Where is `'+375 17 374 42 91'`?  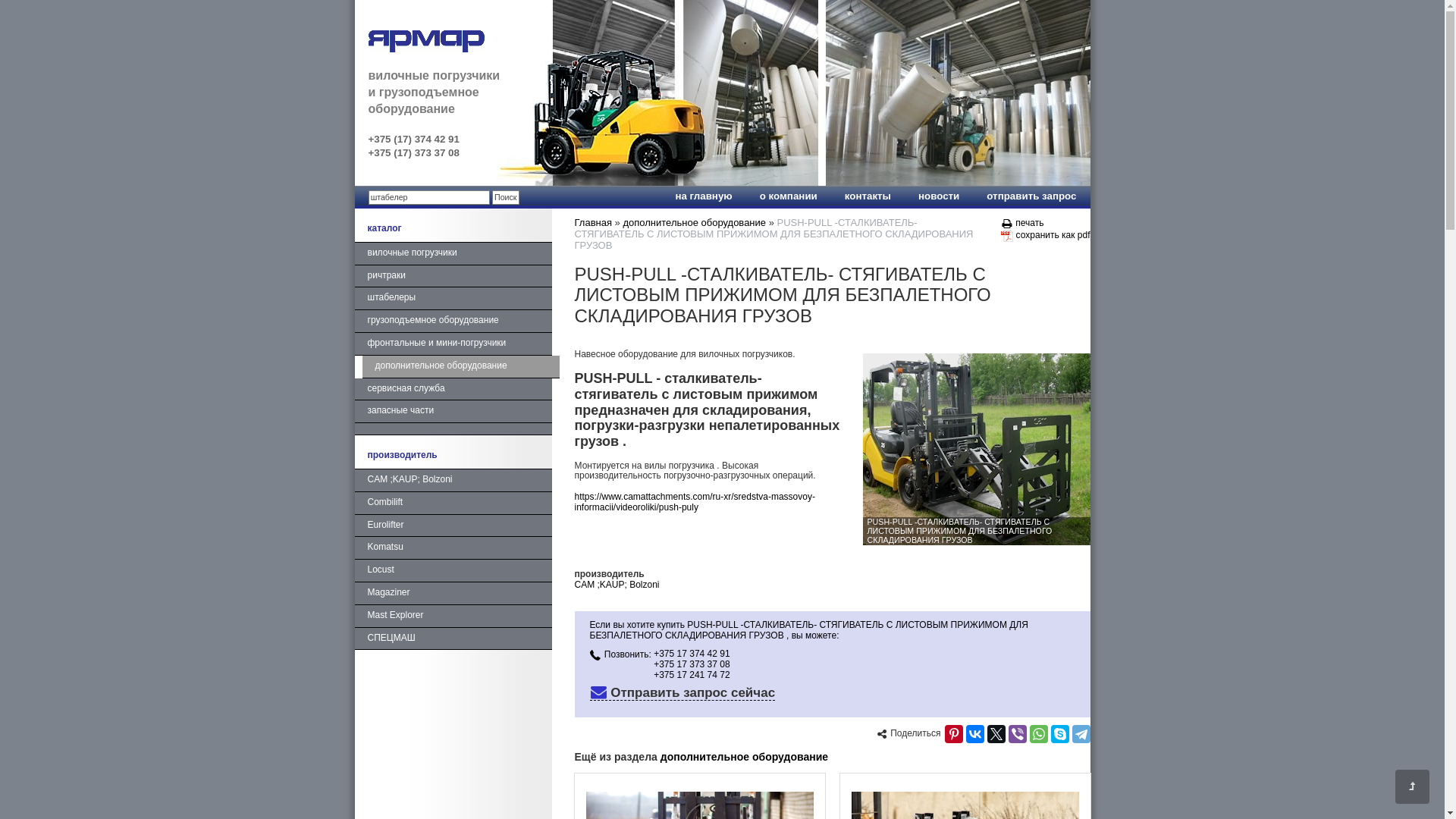 '+375 17 374 42 91' is located at coordinates (691, 652).